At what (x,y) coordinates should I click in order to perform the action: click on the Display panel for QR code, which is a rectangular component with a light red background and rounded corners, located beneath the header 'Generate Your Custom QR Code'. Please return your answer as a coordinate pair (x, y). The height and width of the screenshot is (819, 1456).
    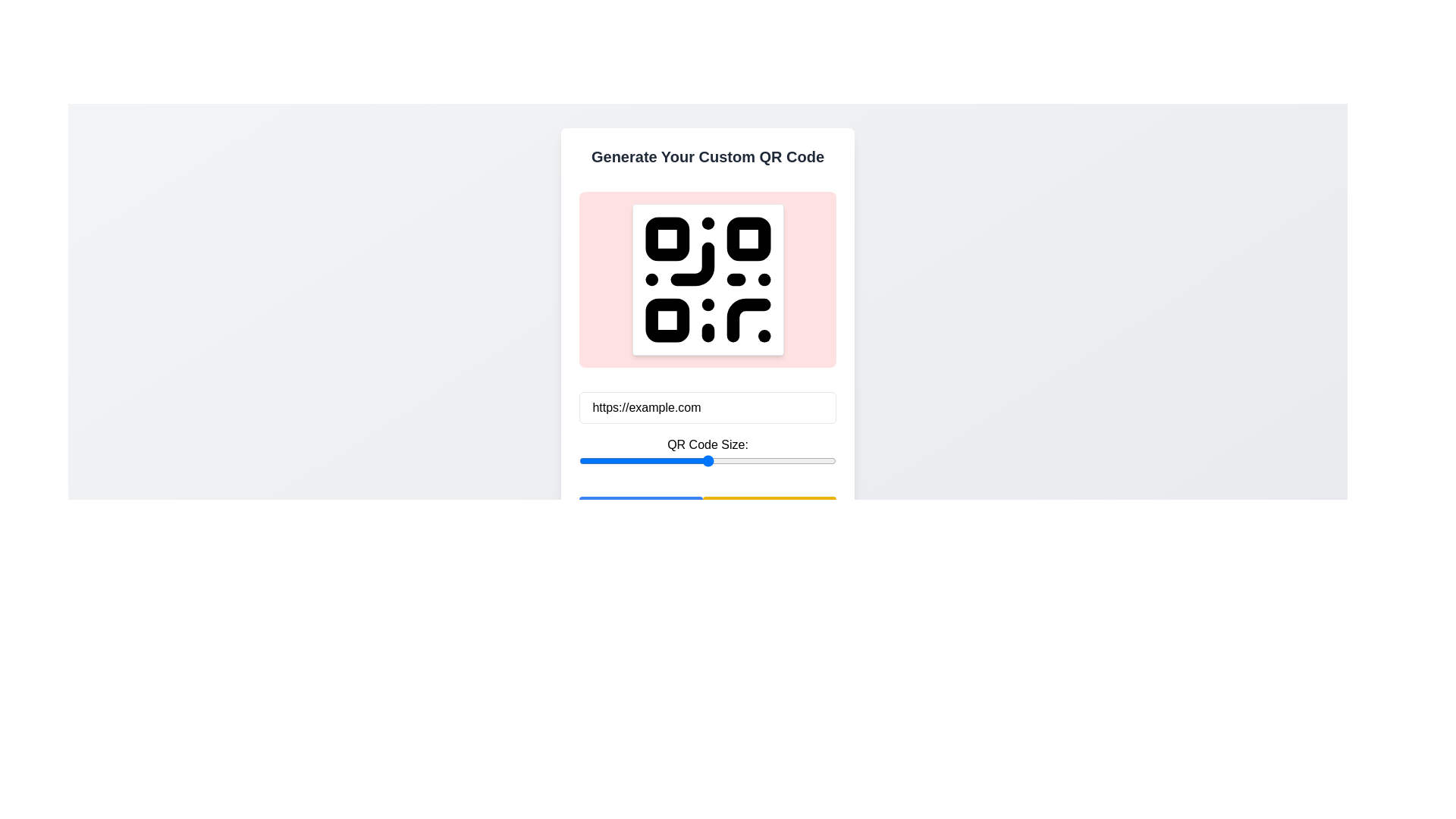
    Looking at the image, I should click on (707, 280).